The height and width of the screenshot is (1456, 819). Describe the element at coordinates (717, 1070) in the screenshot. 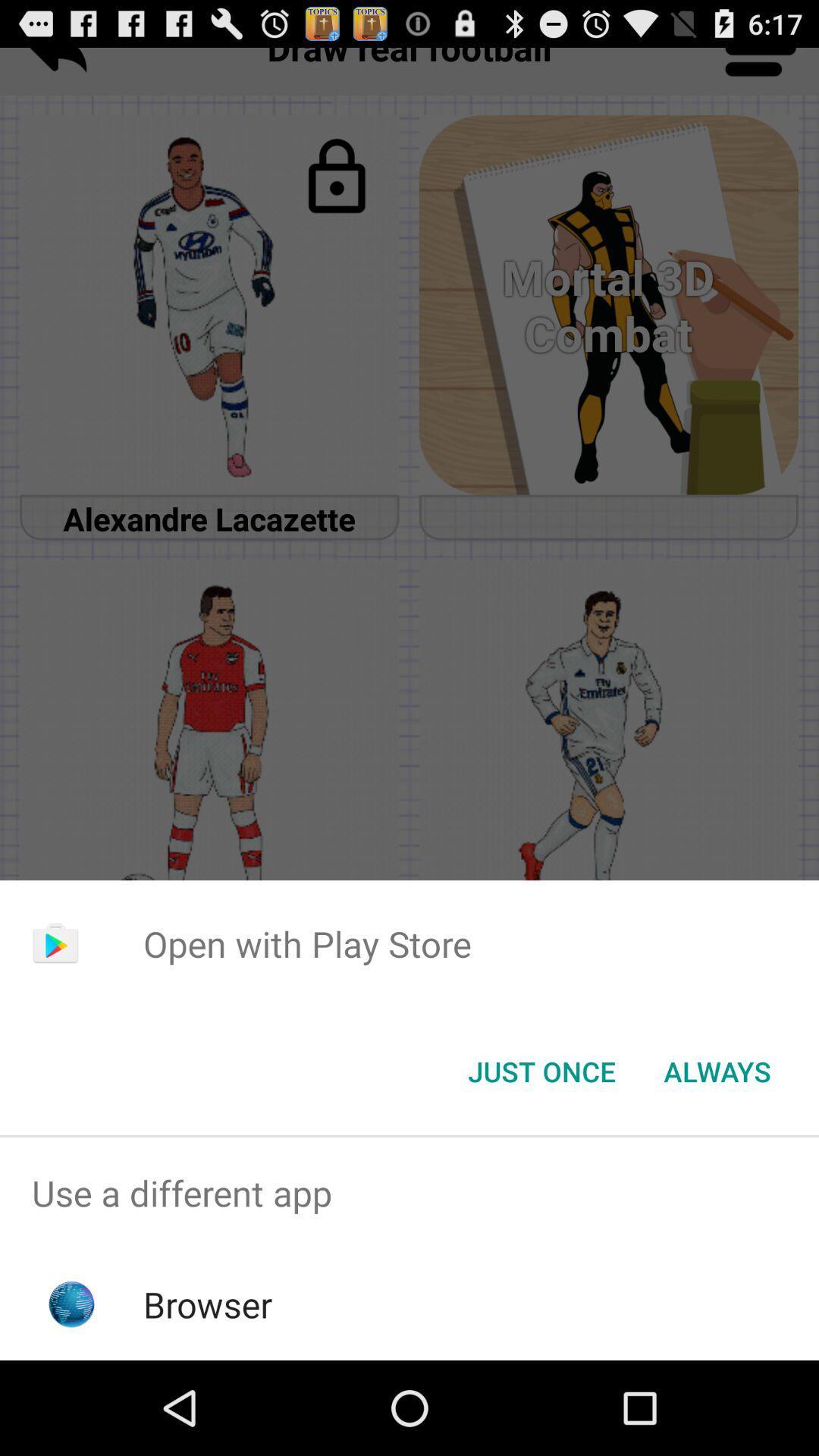

I see `icon next to just once item` at that location.